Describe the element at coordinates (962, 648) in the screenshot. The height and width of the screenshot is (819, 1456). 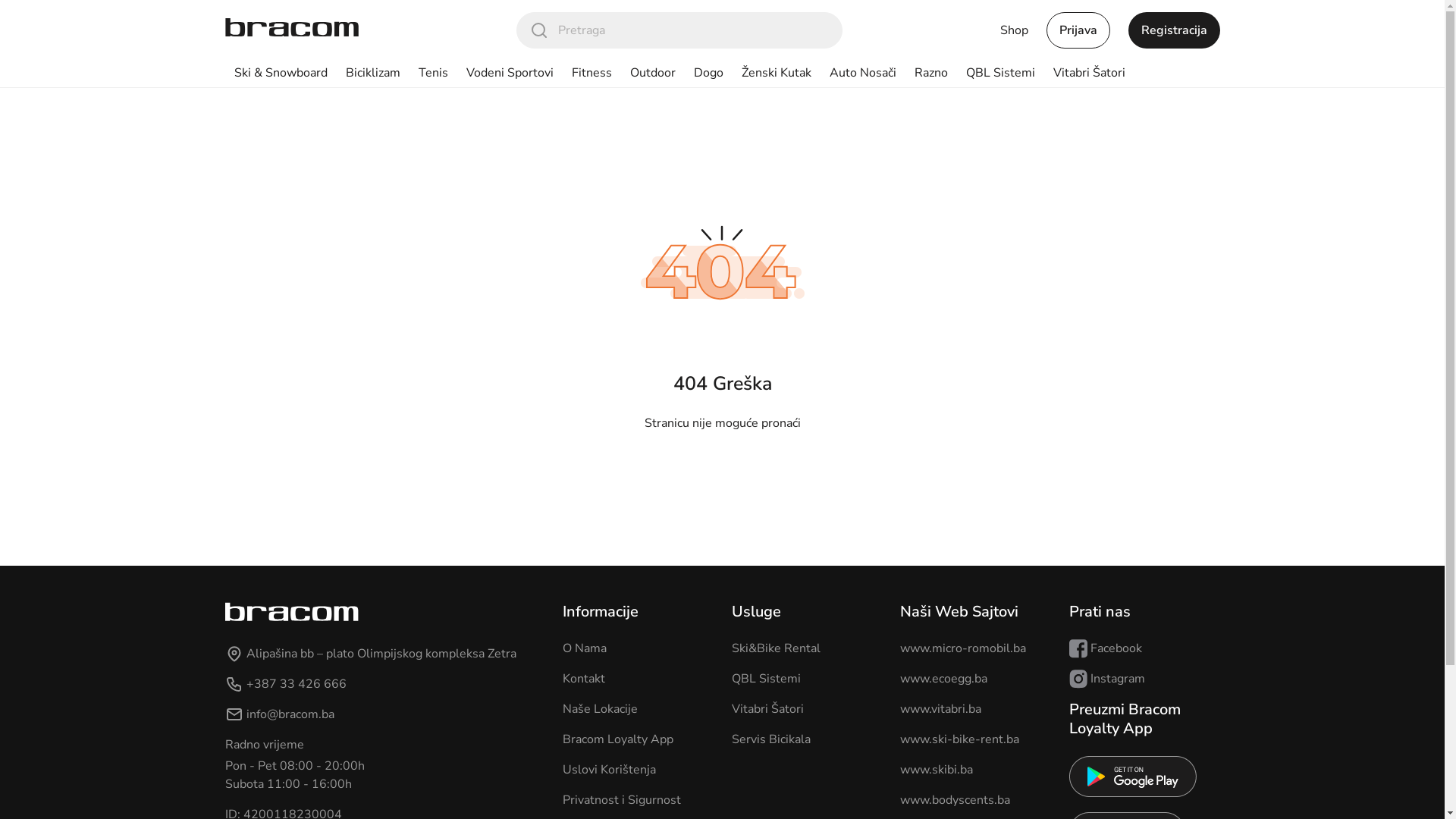
I see `'www.micro-romobil.ba'` at that location.